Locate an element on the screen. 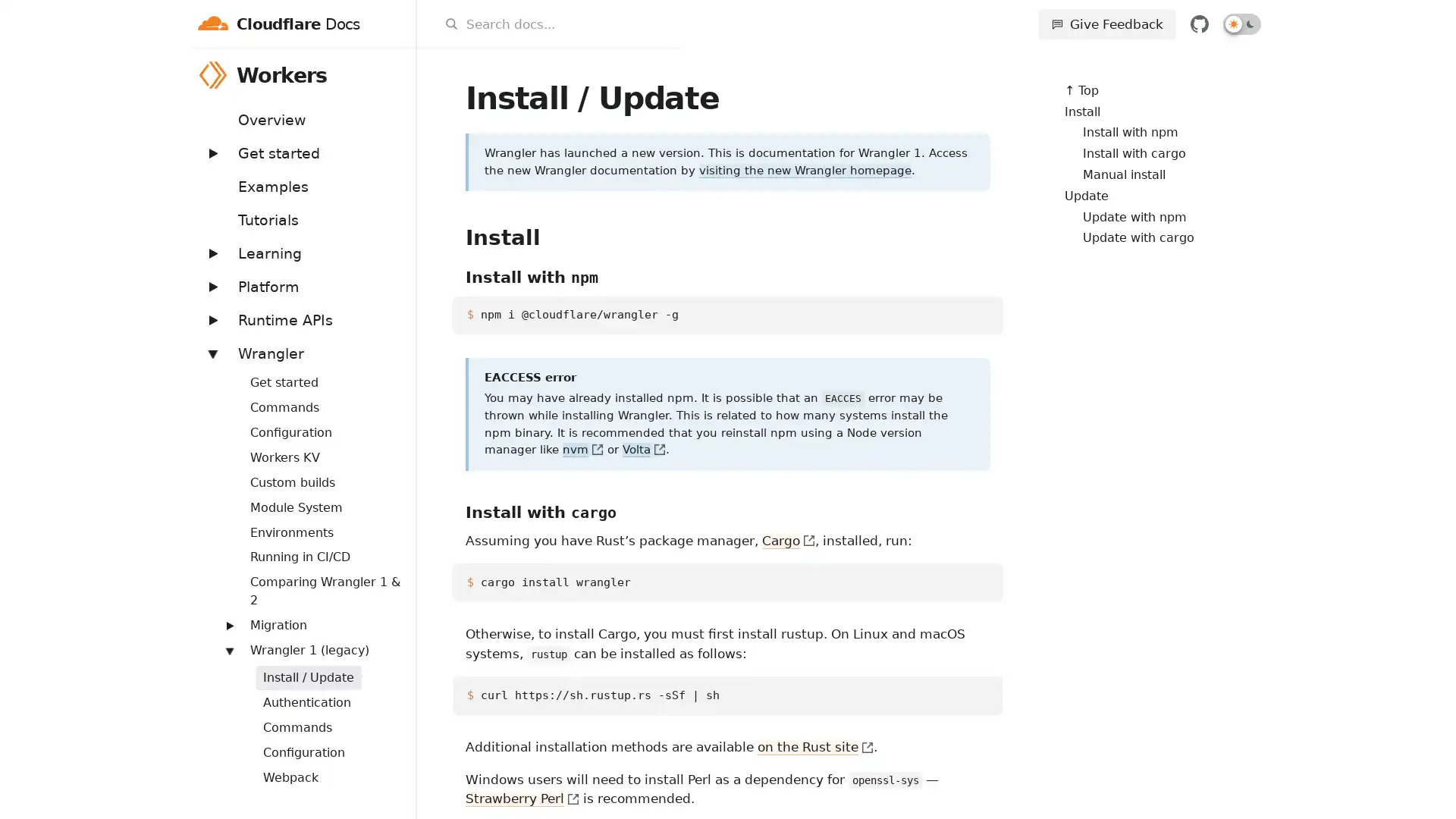 The width and height of the screenshot is (1456, 819). Expand: Workers Sites is located at coordinates (221, 690).